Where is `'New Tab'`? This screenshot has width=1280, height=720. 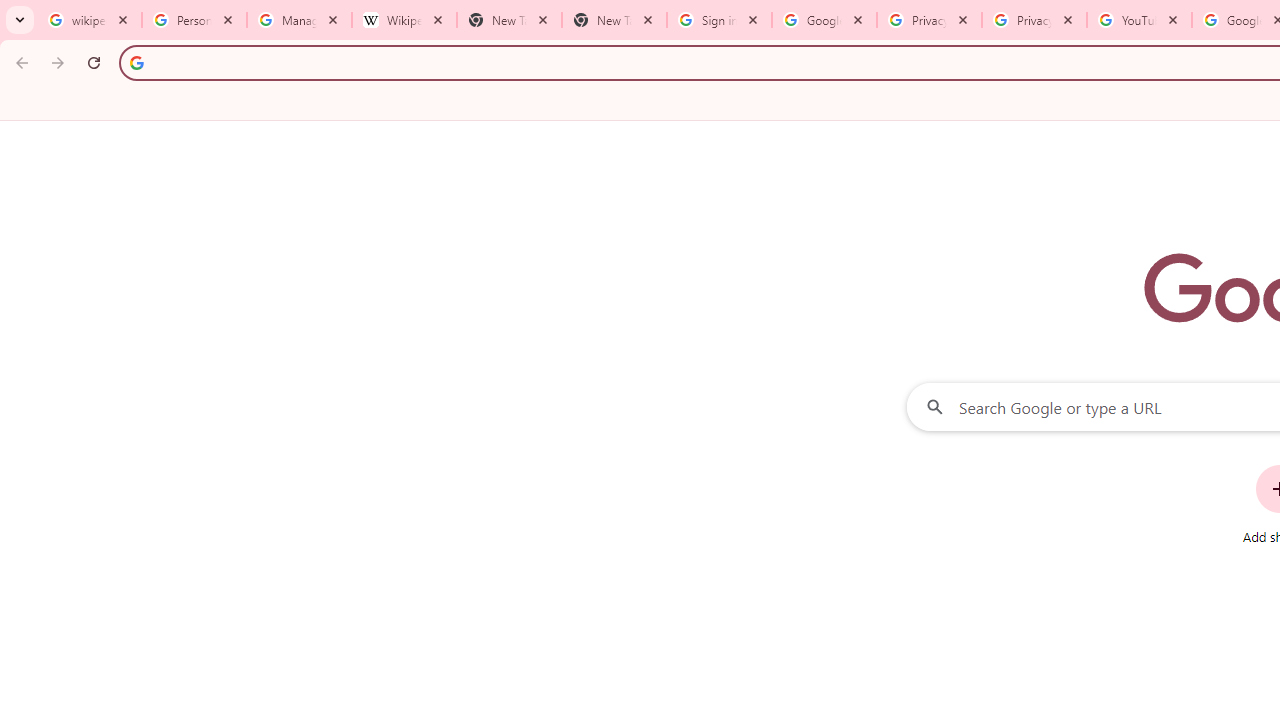
'New Tab' is located at coordinates (613, 20).